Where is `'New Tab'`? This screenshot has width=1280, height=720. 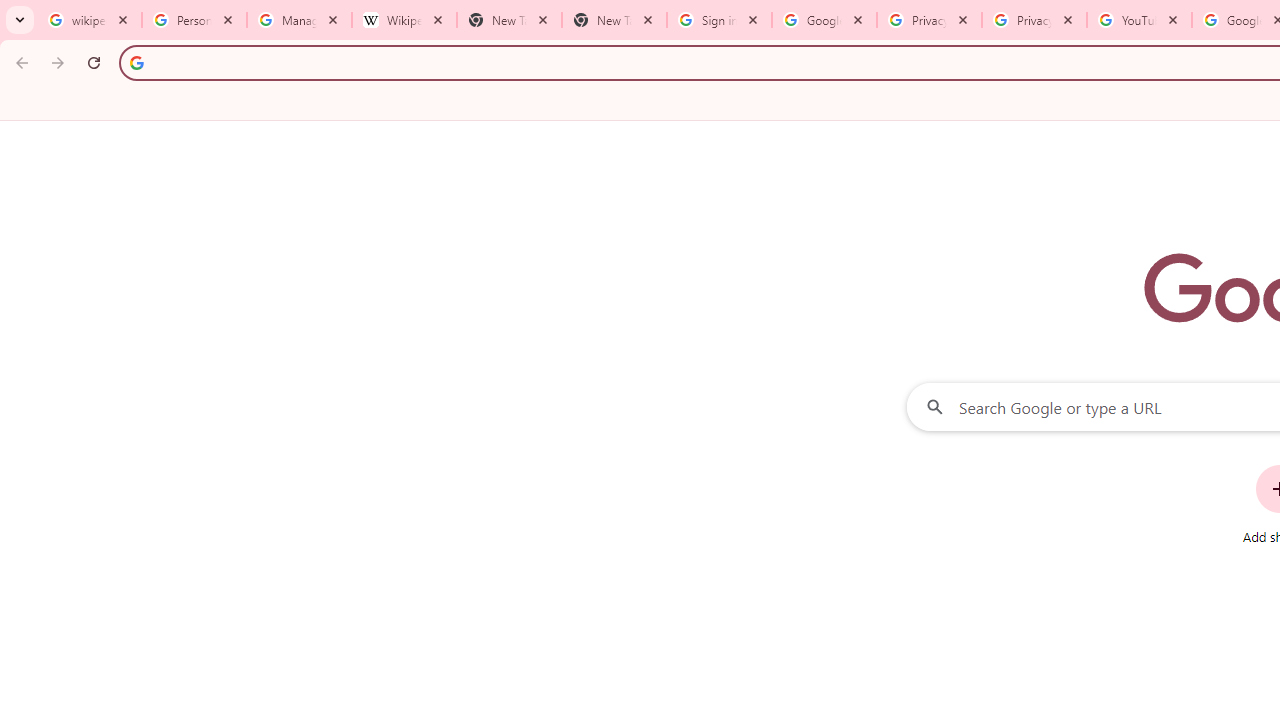
'New Tab' is located at coordinates (613, 20).